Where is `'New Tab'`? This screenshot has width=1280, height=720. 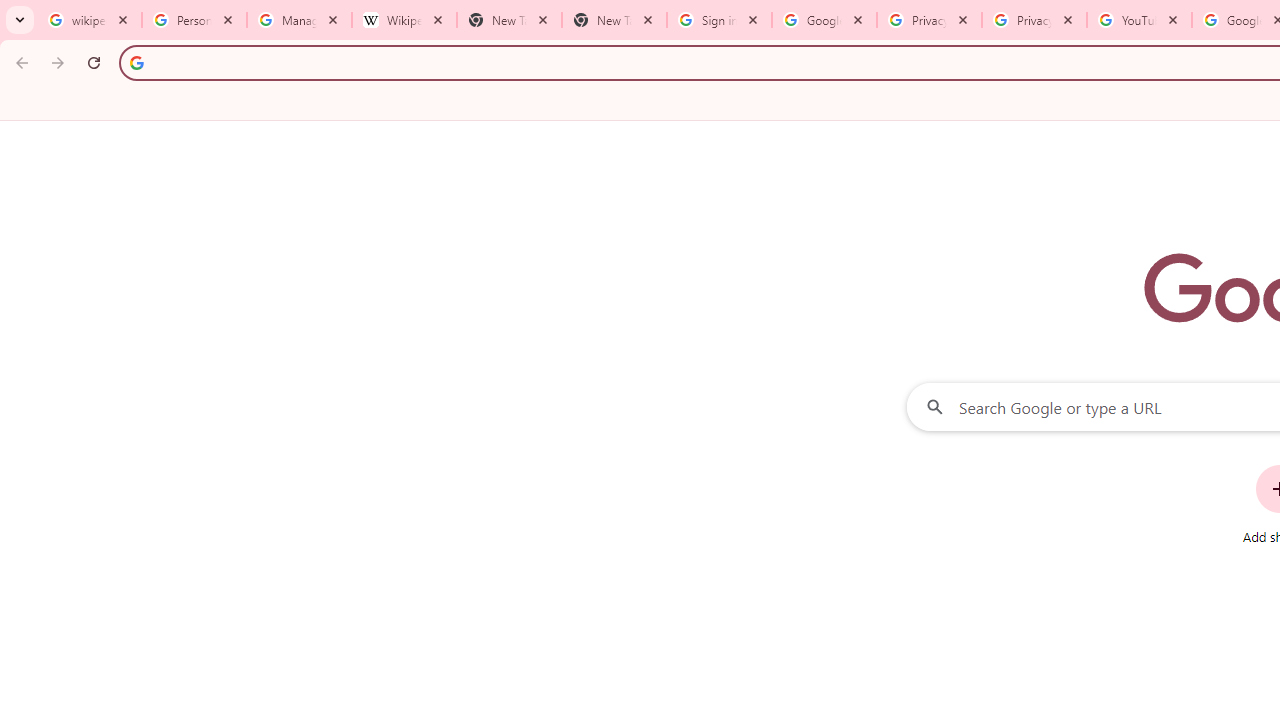
'New Tab' is located at coordinates (613, 20).